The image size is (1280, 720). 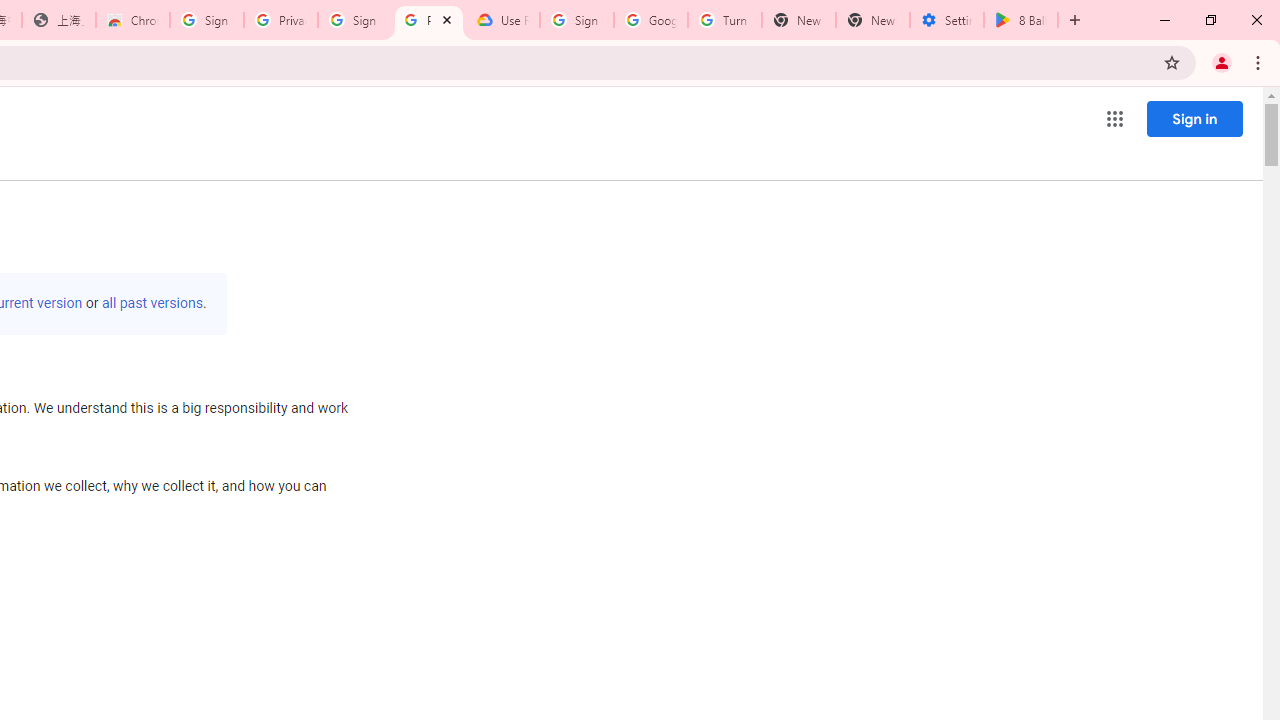 What do you see at coordinates (651, 20) in the screenshot?
I see `'Google Account Help'` at bounding box center [651, 20].